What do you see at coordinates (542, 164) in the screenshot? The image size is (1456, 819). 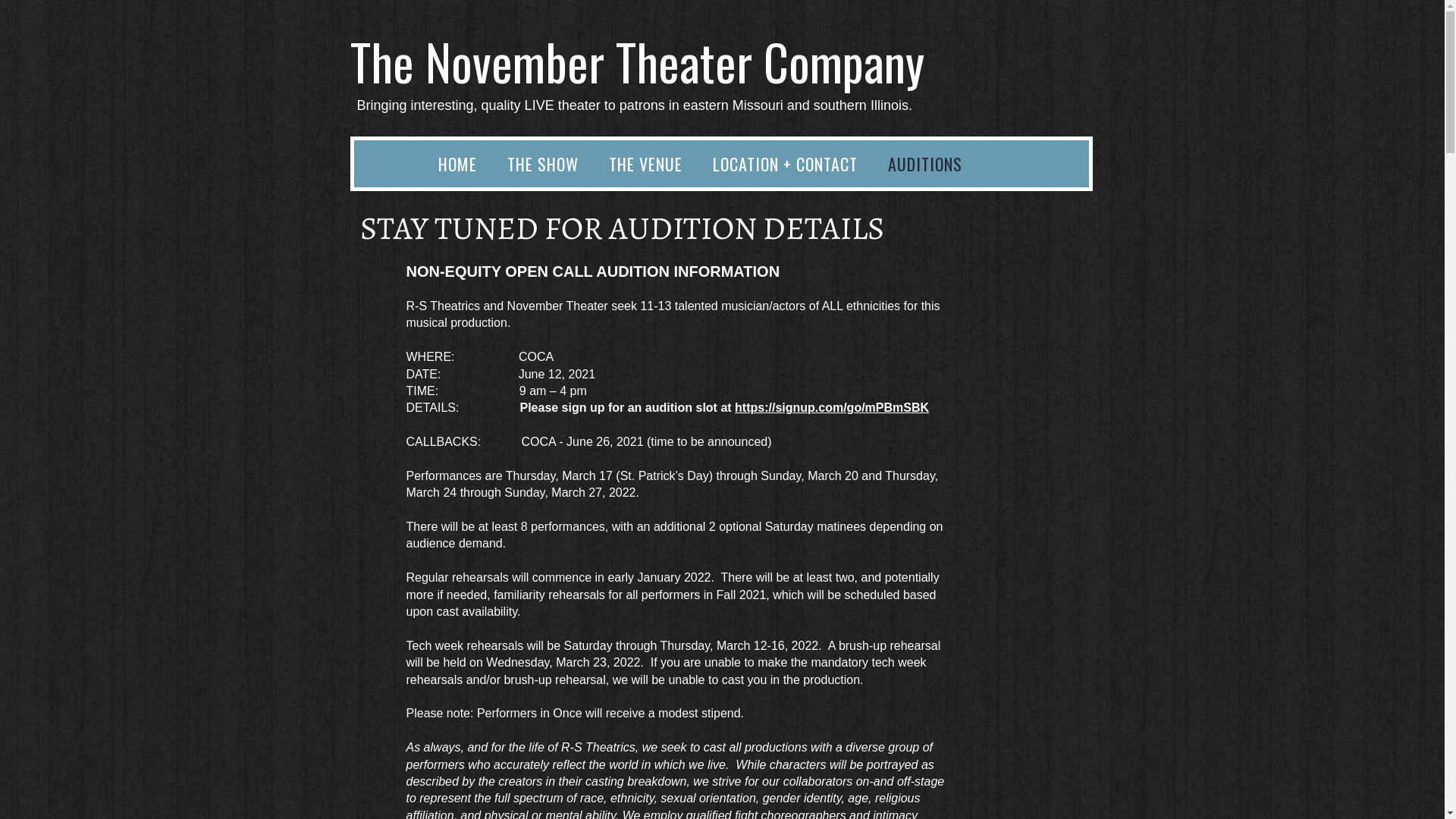 I see `'THE SHOW'` at bounding box center [542, 164].